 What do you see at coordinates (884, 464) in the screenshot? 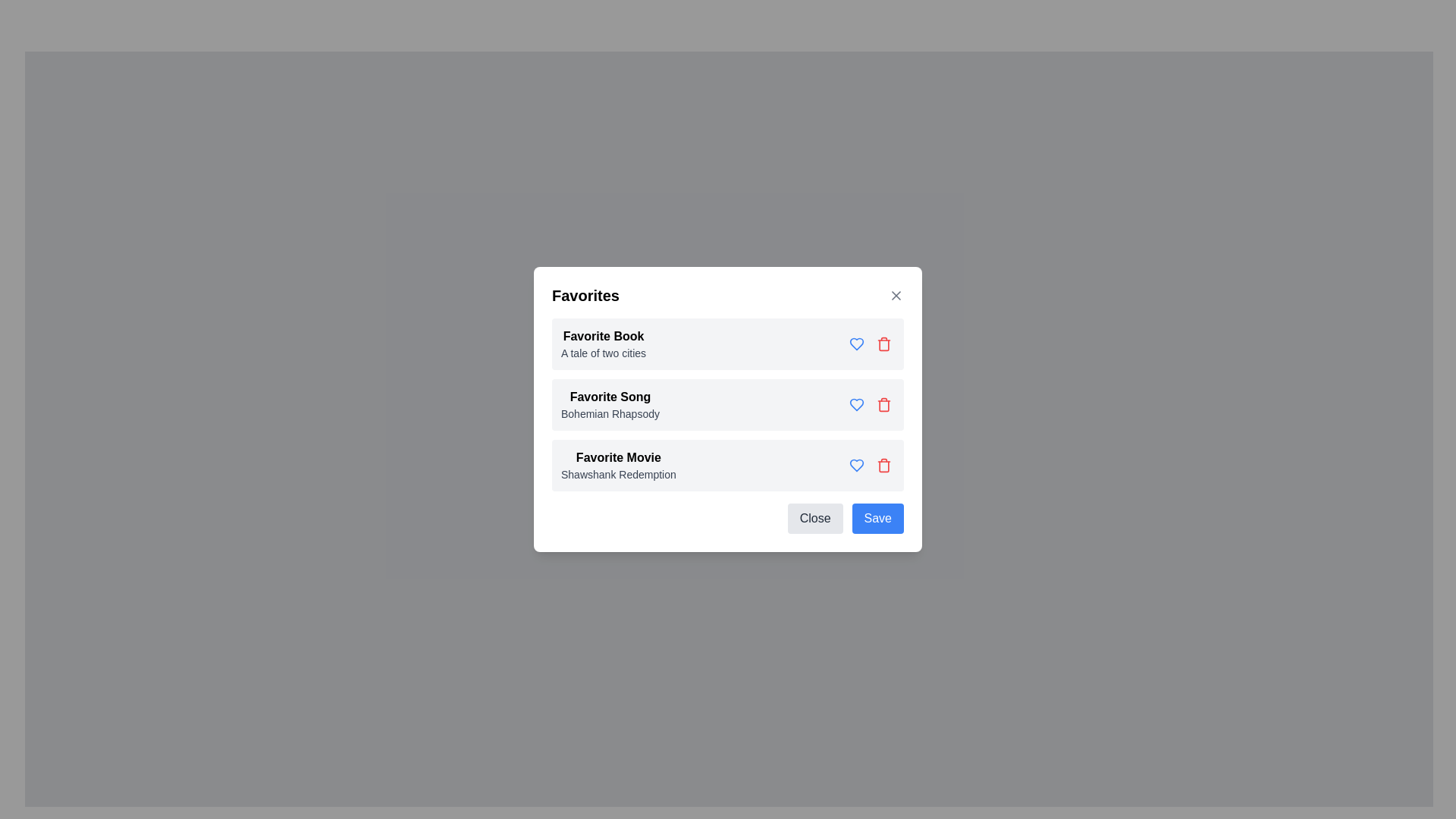
I see `the delete icon button located in the third row of the 'Favorites' dialog box, adjacent to 'Favorite Movie: Shawshank Redemption'` at bounding box center [884, 464].